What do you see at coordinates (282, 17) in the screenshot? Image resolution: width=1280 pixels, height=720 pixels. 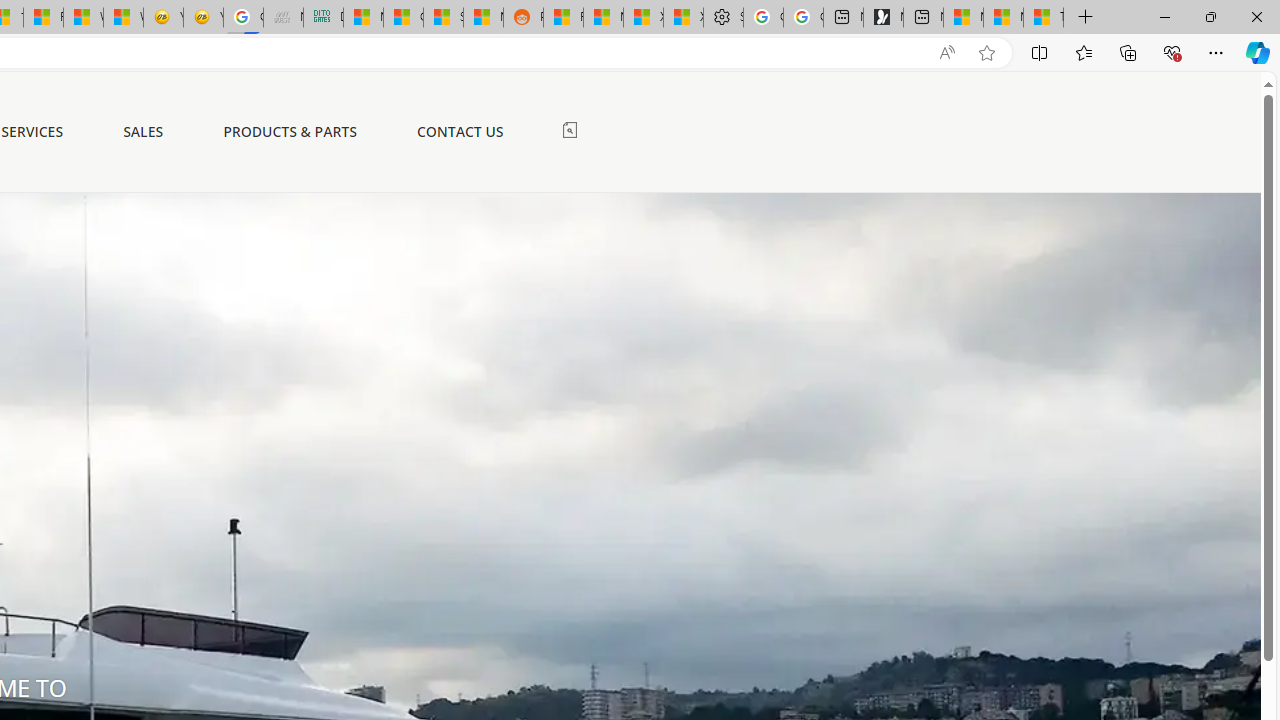 I see `'Navy Quest'` at bounding box center [282, 17].